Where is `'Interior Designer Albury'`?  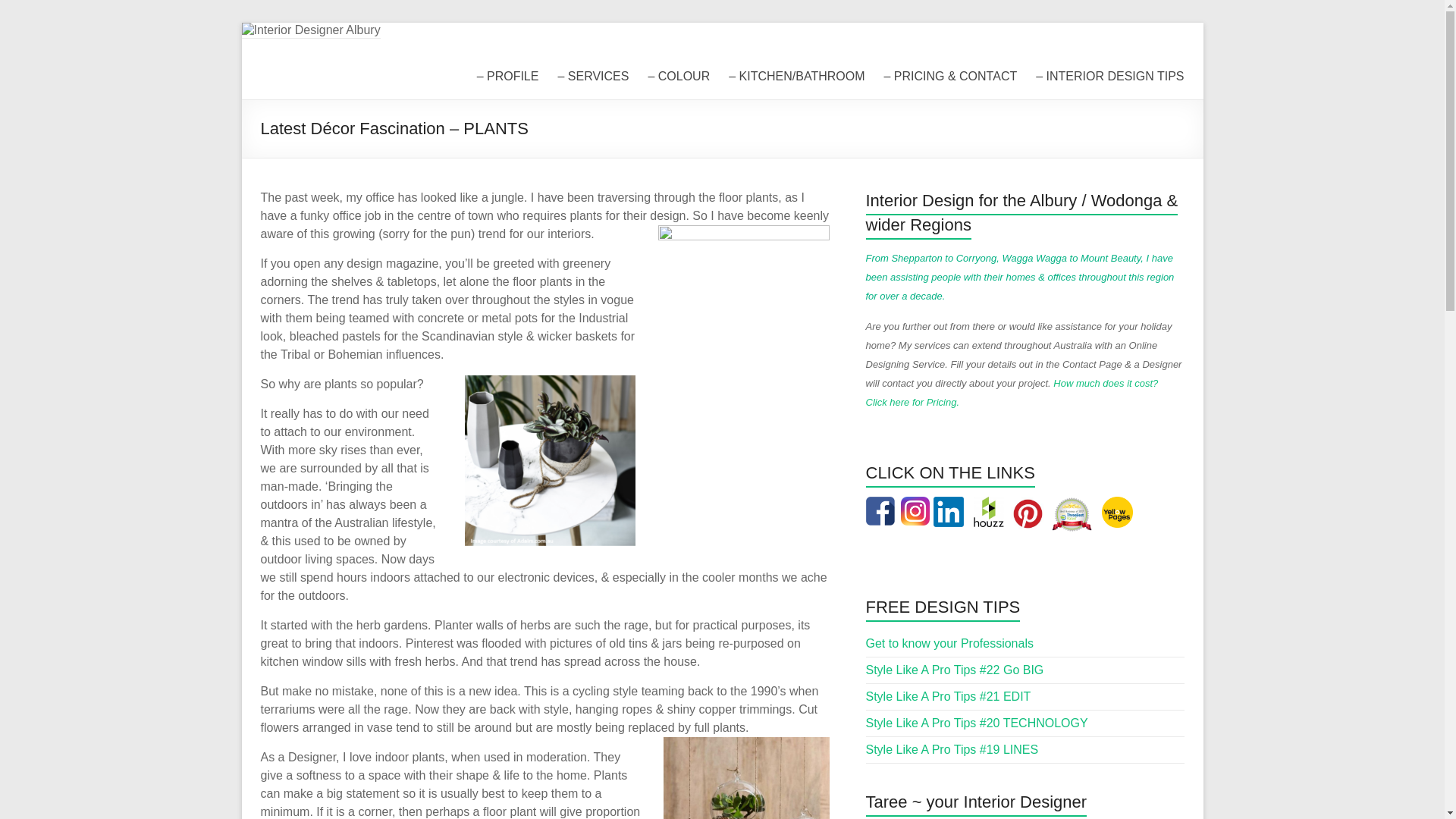 'Interior Designer Albury' is located at coordinates (403, 71).